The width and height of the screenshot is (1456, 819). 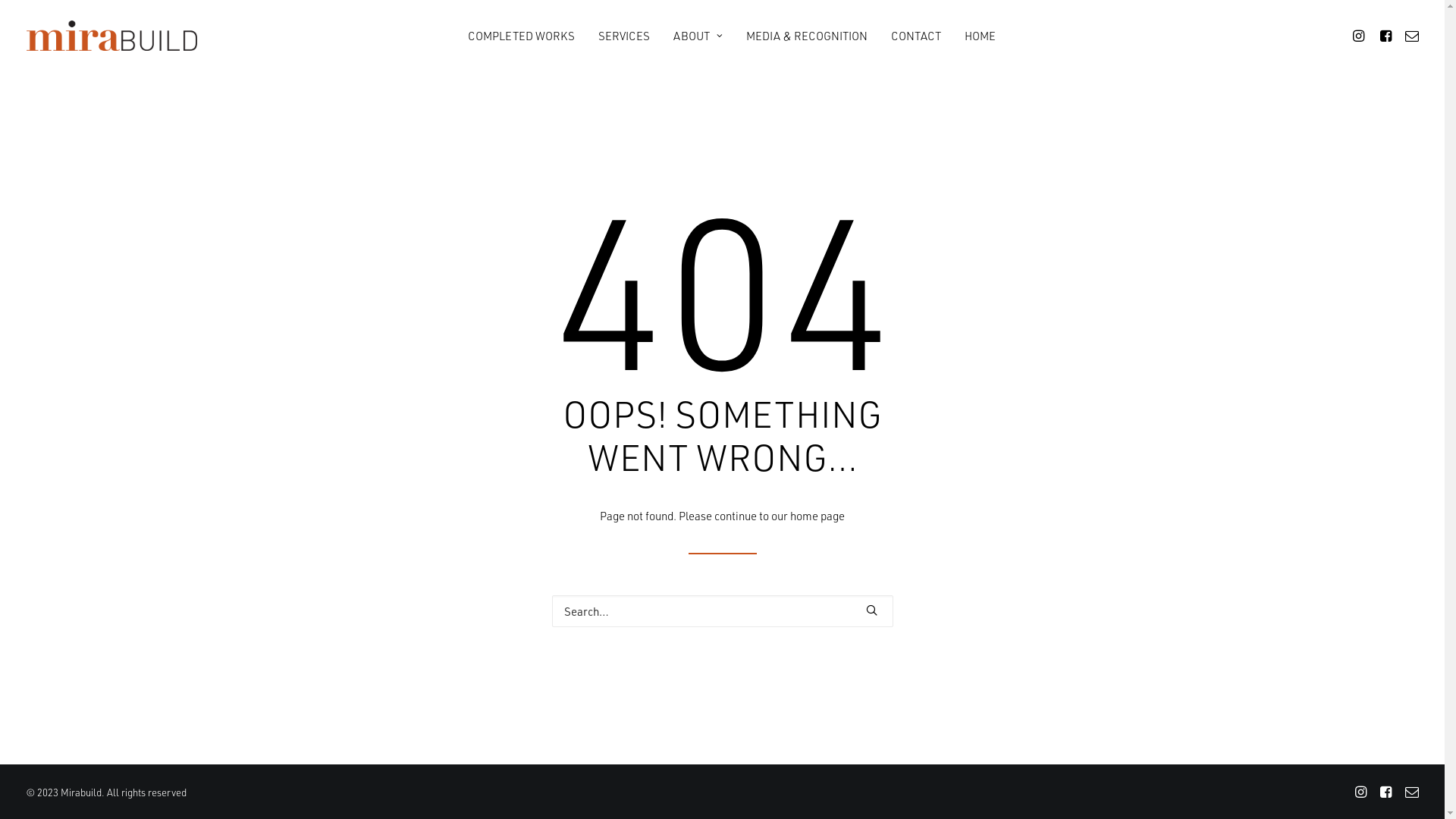 I want to click on 'MEDIA & RECOGNITION', so click(x=735, y=34).